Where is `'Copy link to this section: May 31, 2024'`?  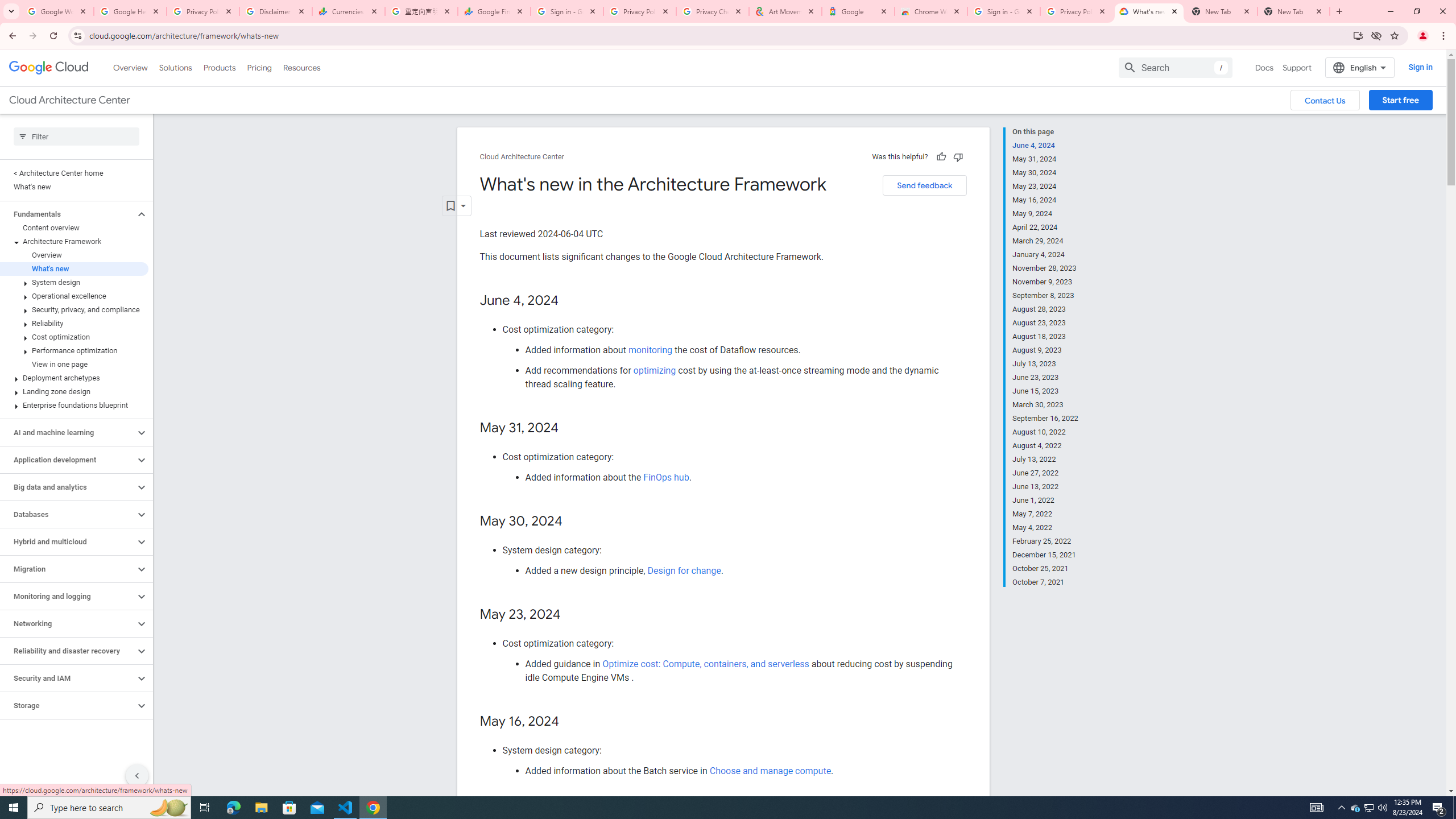 'Copy link to this section: May 31, 2024' is located at coordinates (570, 428).